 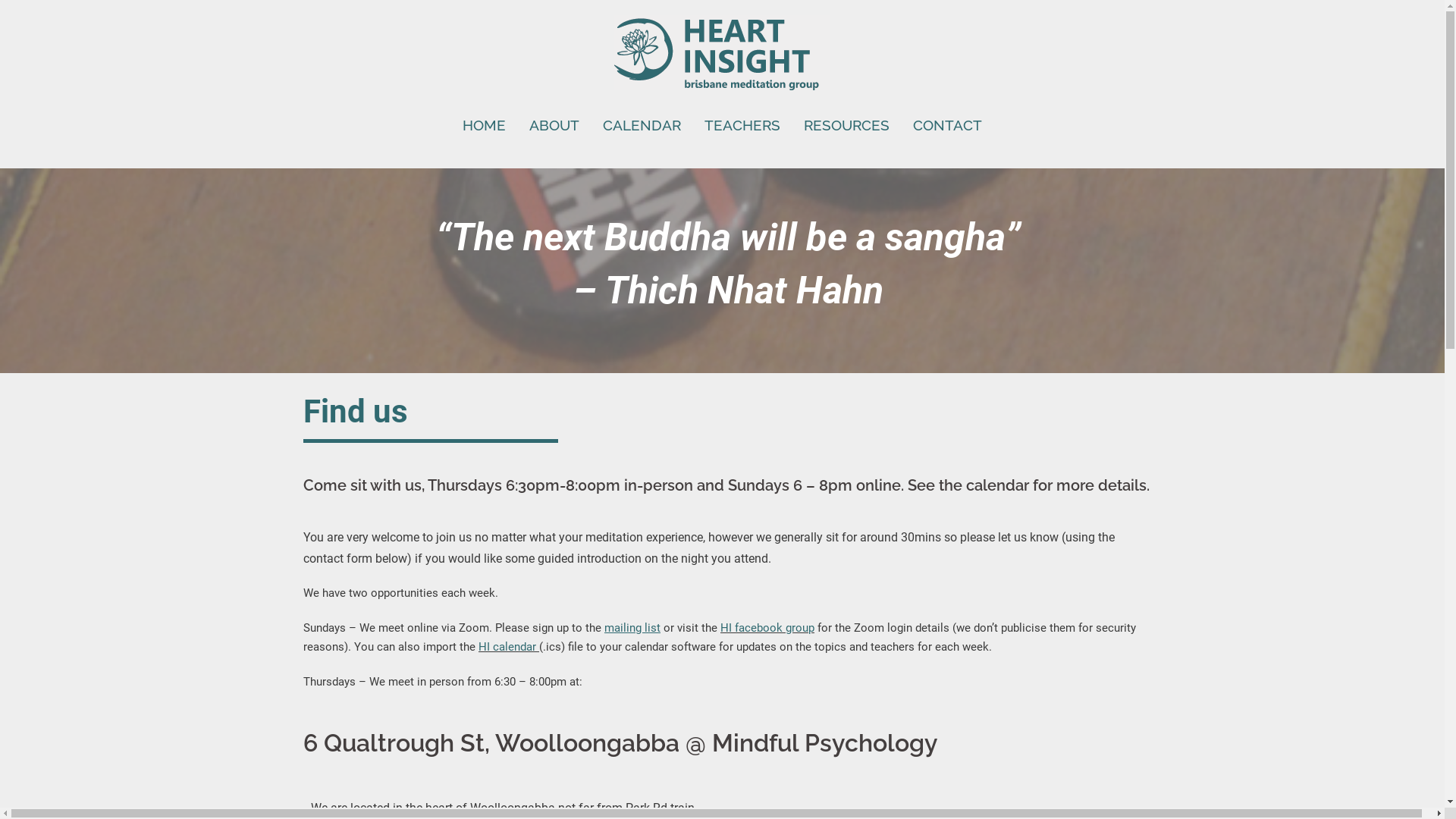 What do you see at coordinates (721, 55) in the screenshot?
I see `'Heart Insight'` at bounding box center [721, 55].